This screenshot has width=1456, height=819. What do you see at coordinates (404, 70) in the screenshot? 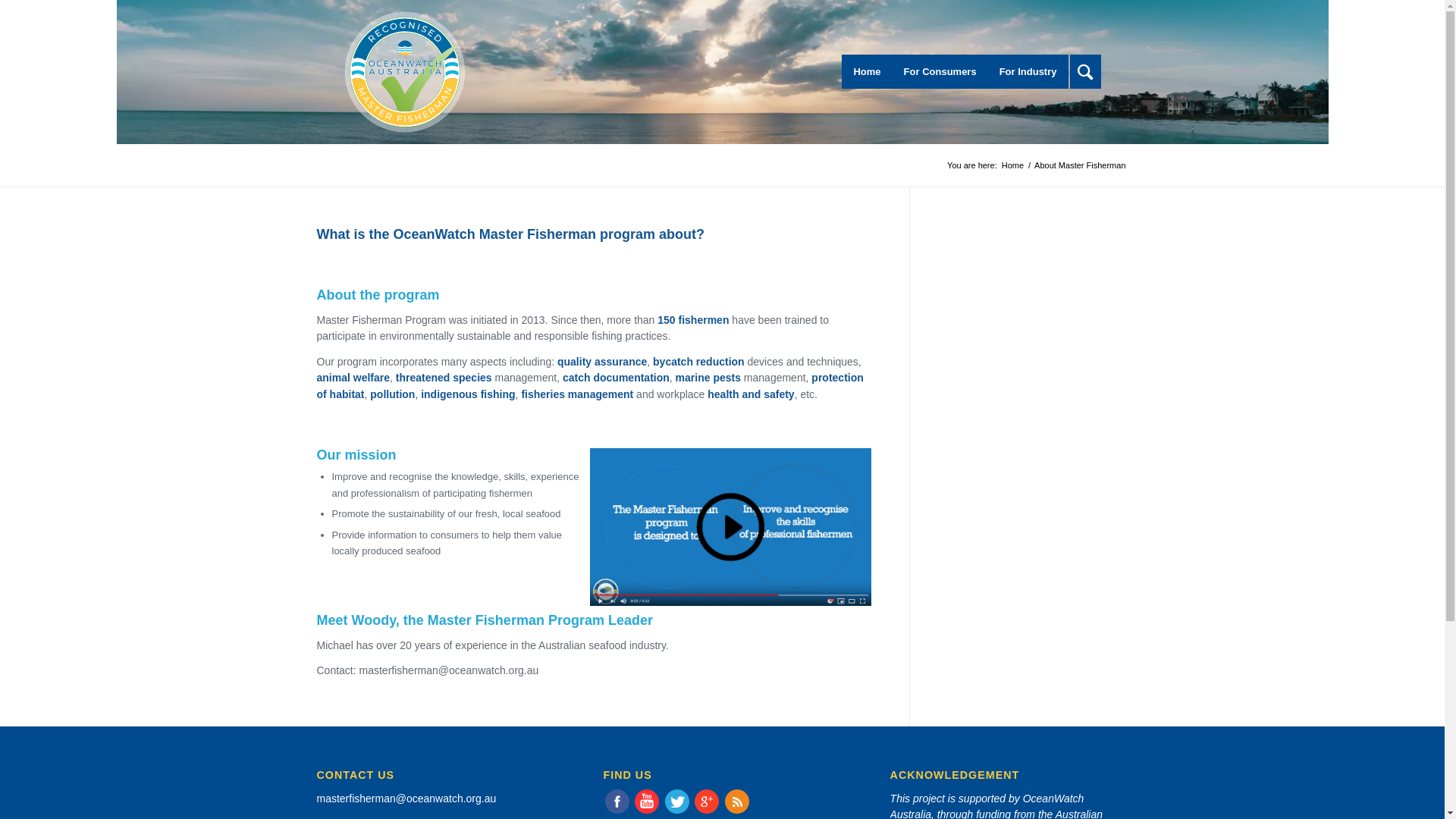
I see `'OceanWatchMasterFishermanLogo'` at bounding box center [404, 70].